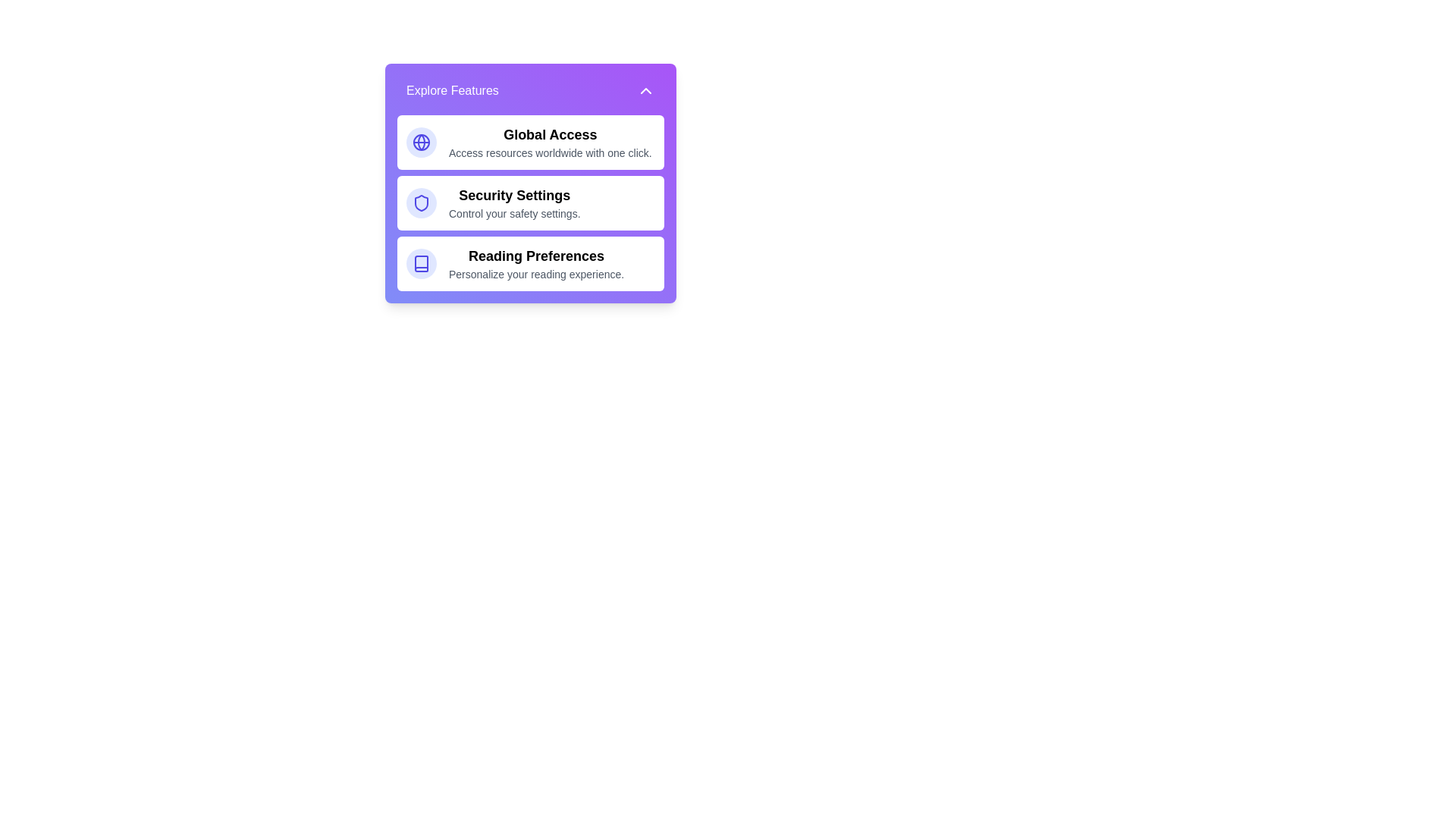 Image resolution: width=1456 pixels, height=819 pixels. What do you see at coordinates (514, 195) in the screenshot?
I see `the static text label that reads 'Security Settings', which is bold and black against a white background, positioned within the 'Security Settings Control your safety settings.' section` at bounding box center [514, 195].